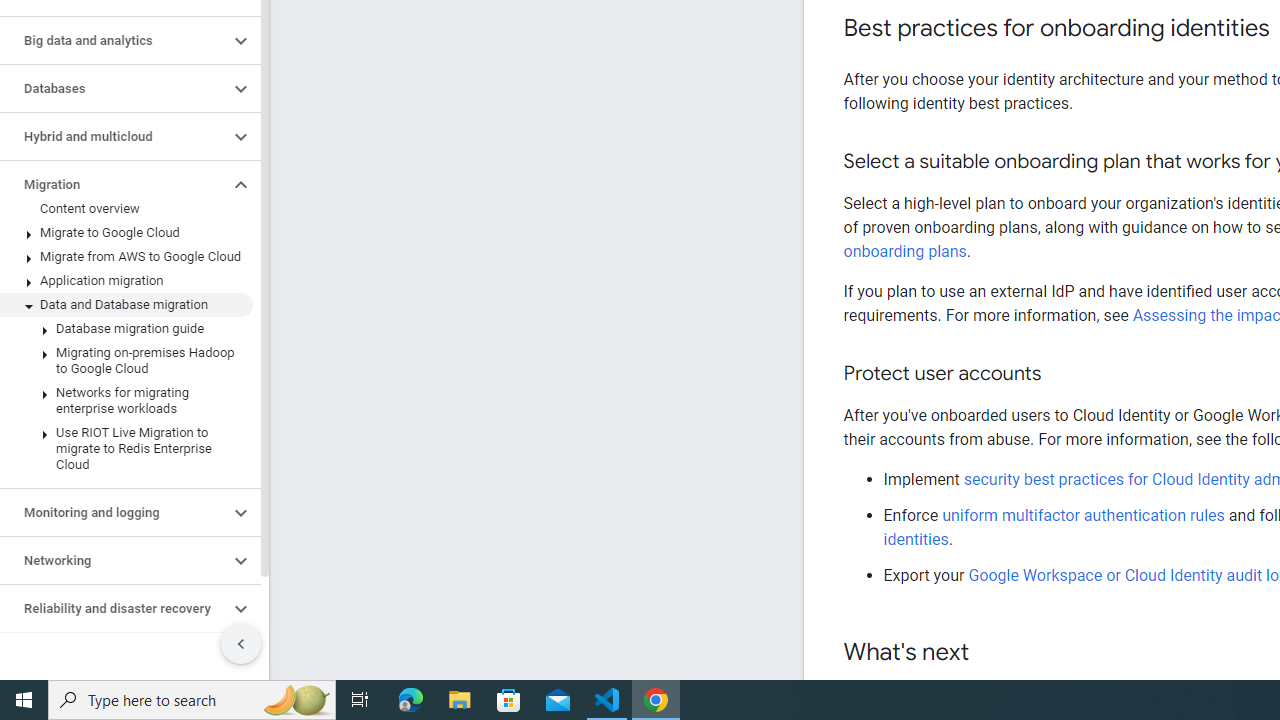 The height and width of the screenshot is (720, 1280). I want to click on 'Networking', so click(113, 560).